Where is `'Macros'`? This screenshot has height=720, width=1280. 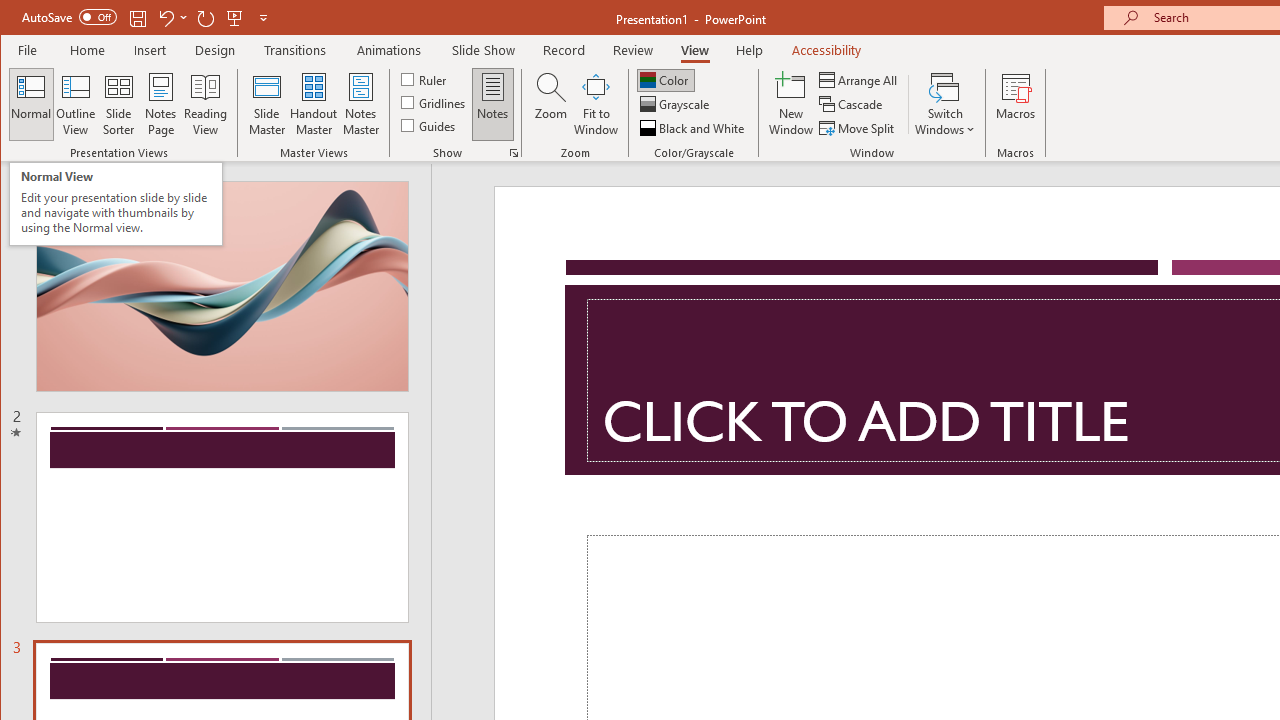 'Macros' is located at coordinates (1016, 104).